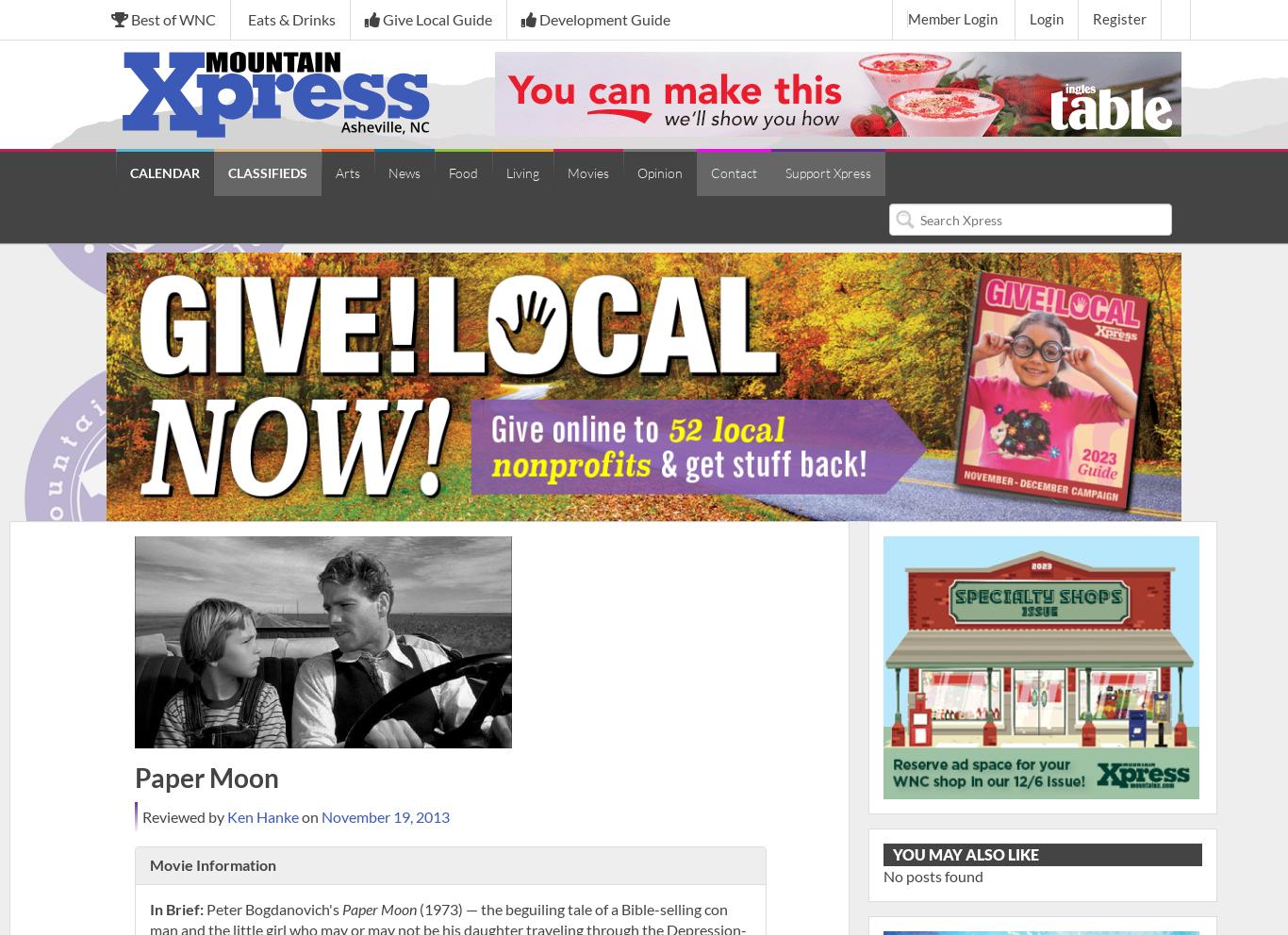 The image size is (1288, 935). Describe the element at coordinates (290, 18) in the screenshot. I see `'Eats & Drinks'` at that location.